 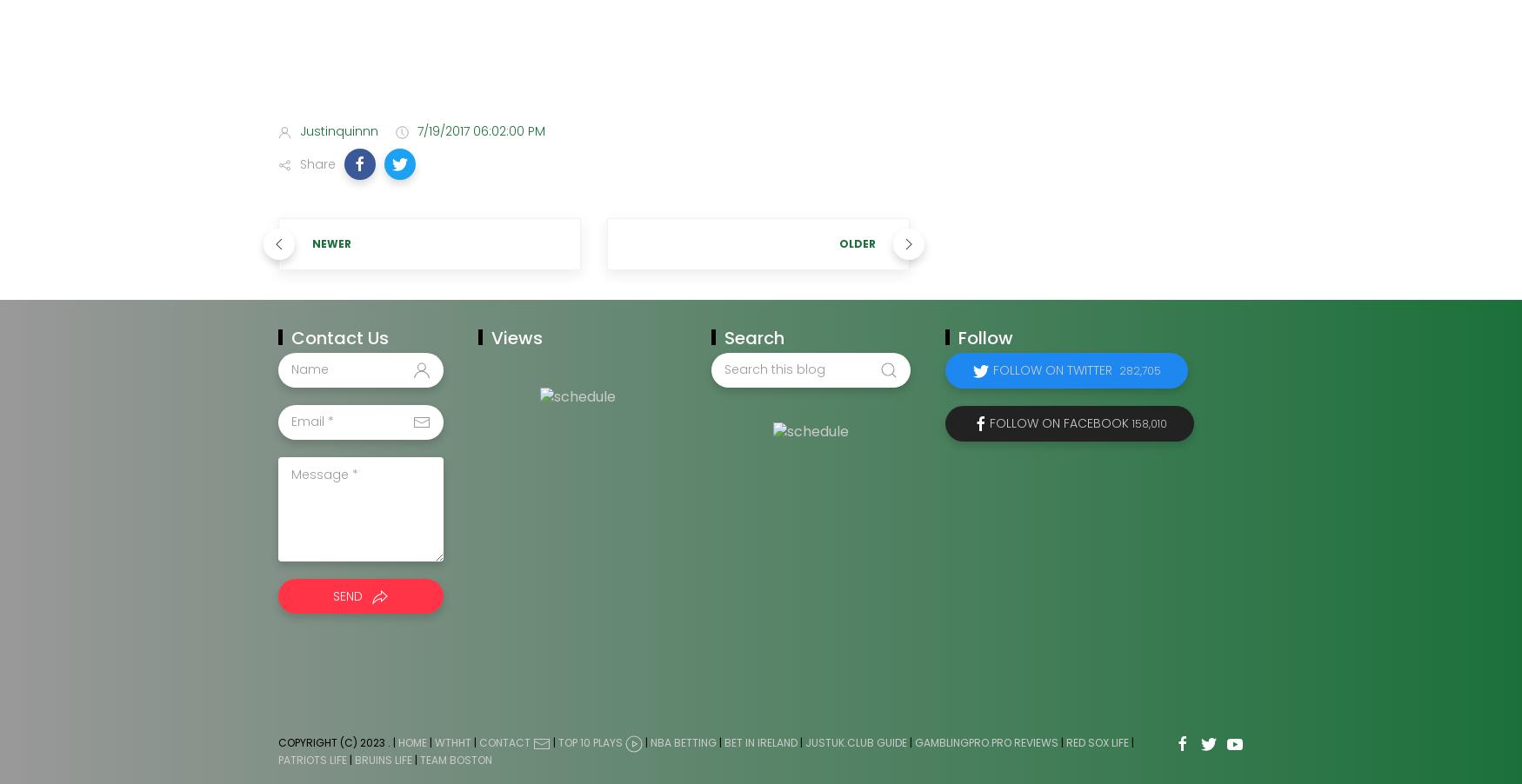 I want to click on 'Team Boston', so click(x=455, y=759).